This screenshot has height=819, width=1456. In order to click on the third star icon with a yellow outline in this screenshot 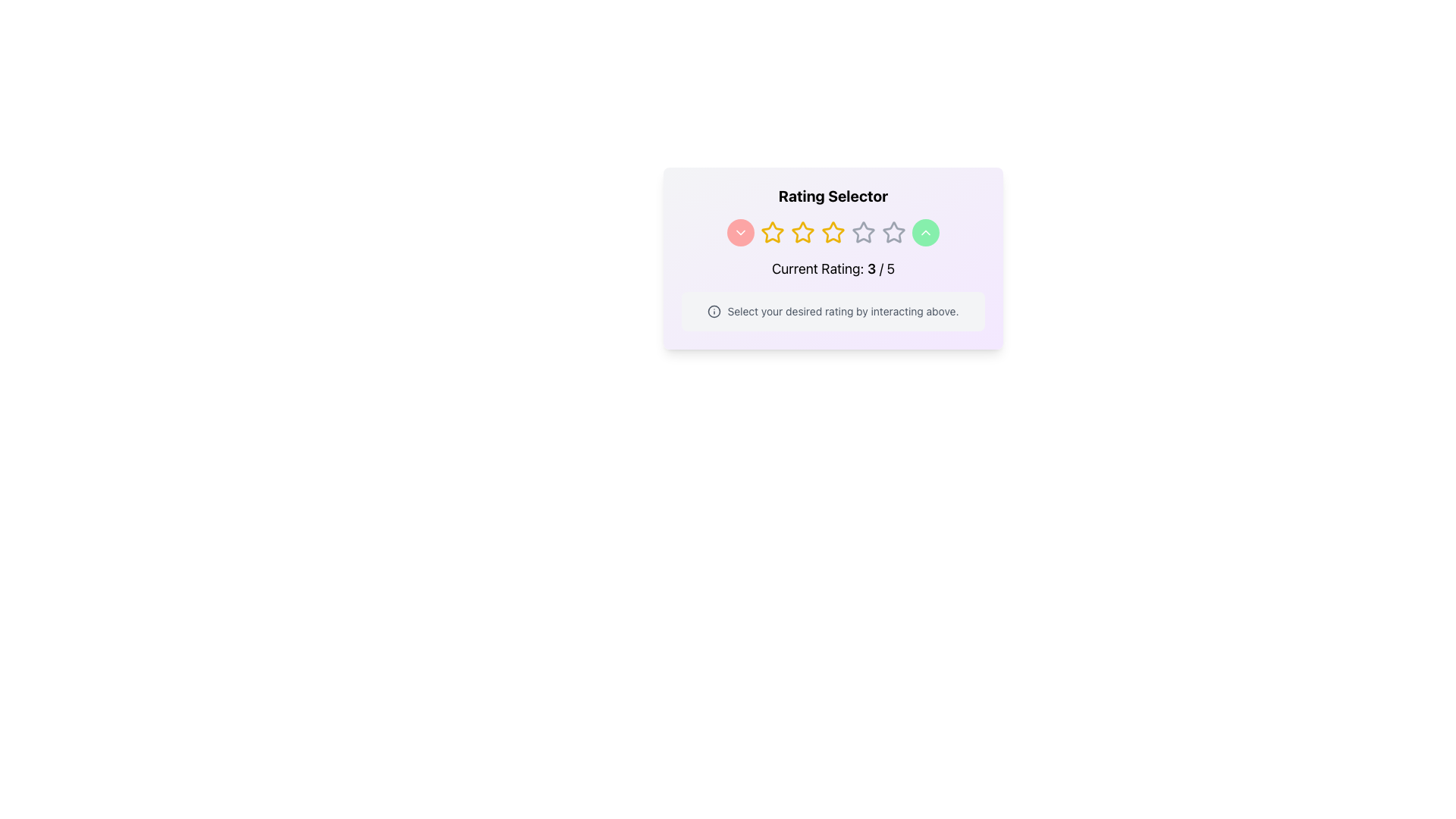, I will do `click(832, 231)`.